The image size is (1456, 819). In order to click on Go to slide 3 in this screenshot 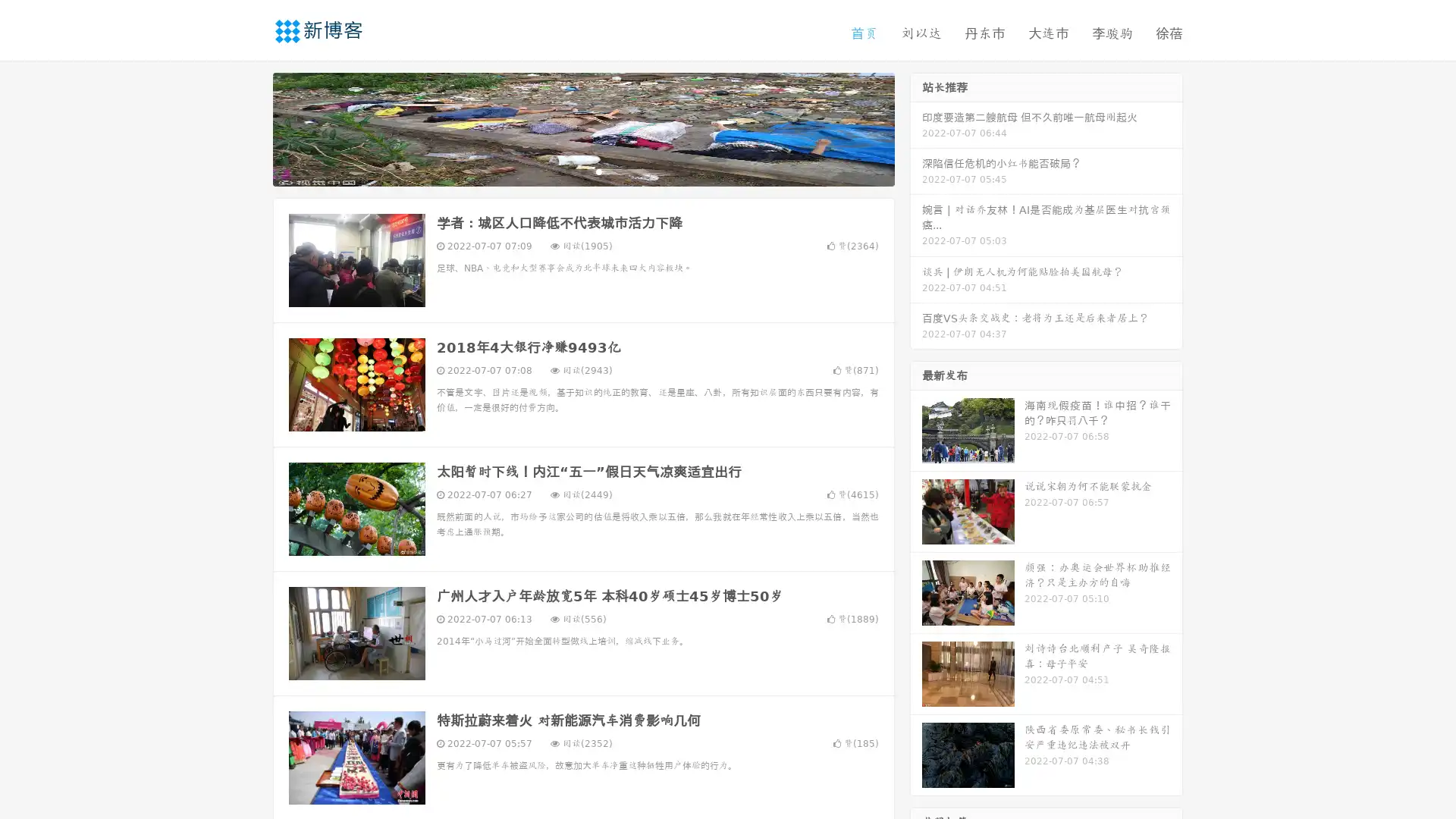, I will do `click(598, 171)`.